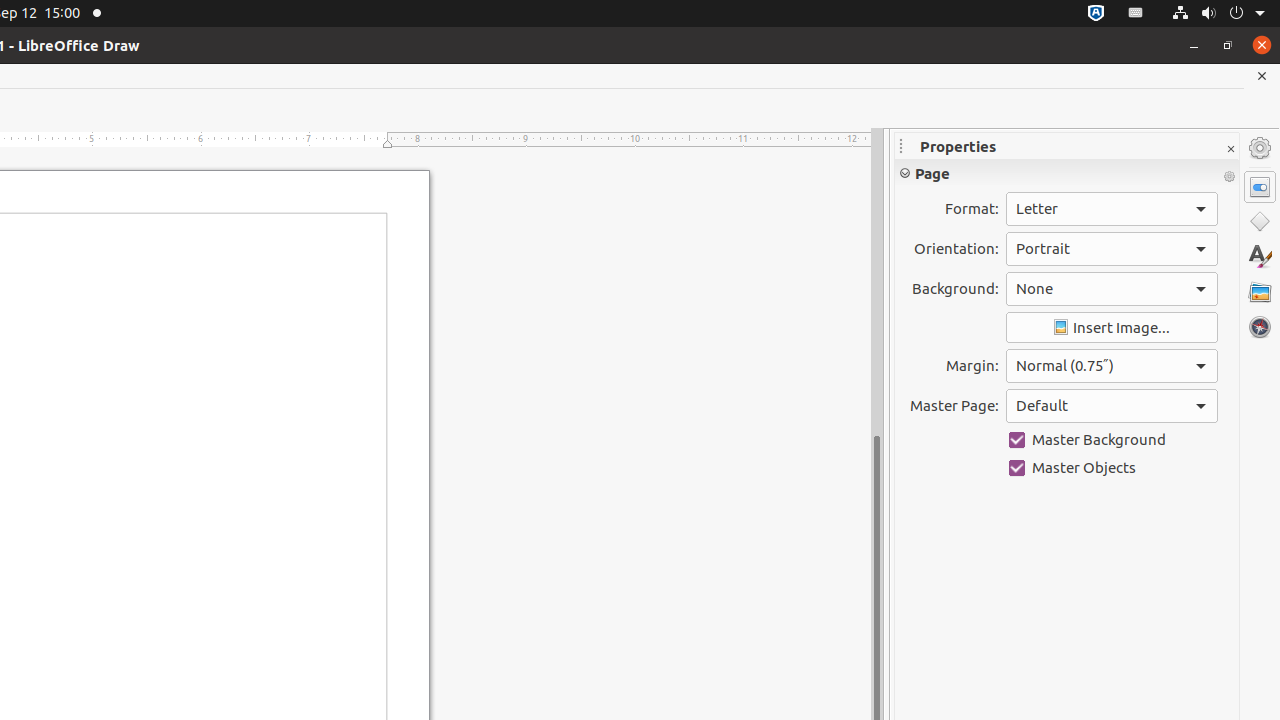  What do you see at coordinates (1094, 13) in the screenshot?
I see `':1.72/StatusNotifierItem'` at bounding box center [1094, 13].